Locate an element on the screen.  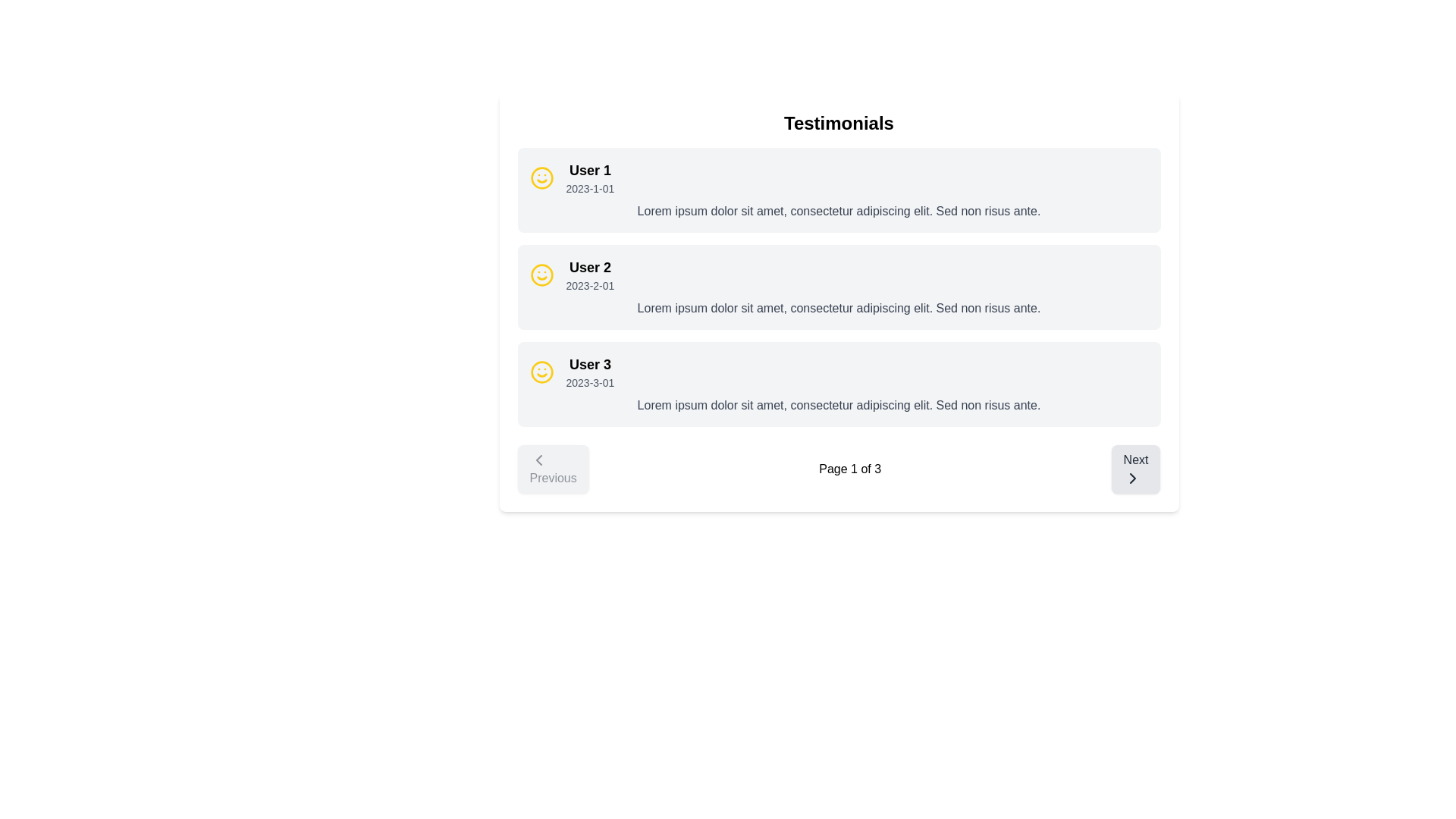
information displayed on the text label showing 'User 1' in bold and '2023-1-01' in gray underneath, located in the top-left section of the first testimonial card is located at coordinates (589, 177).